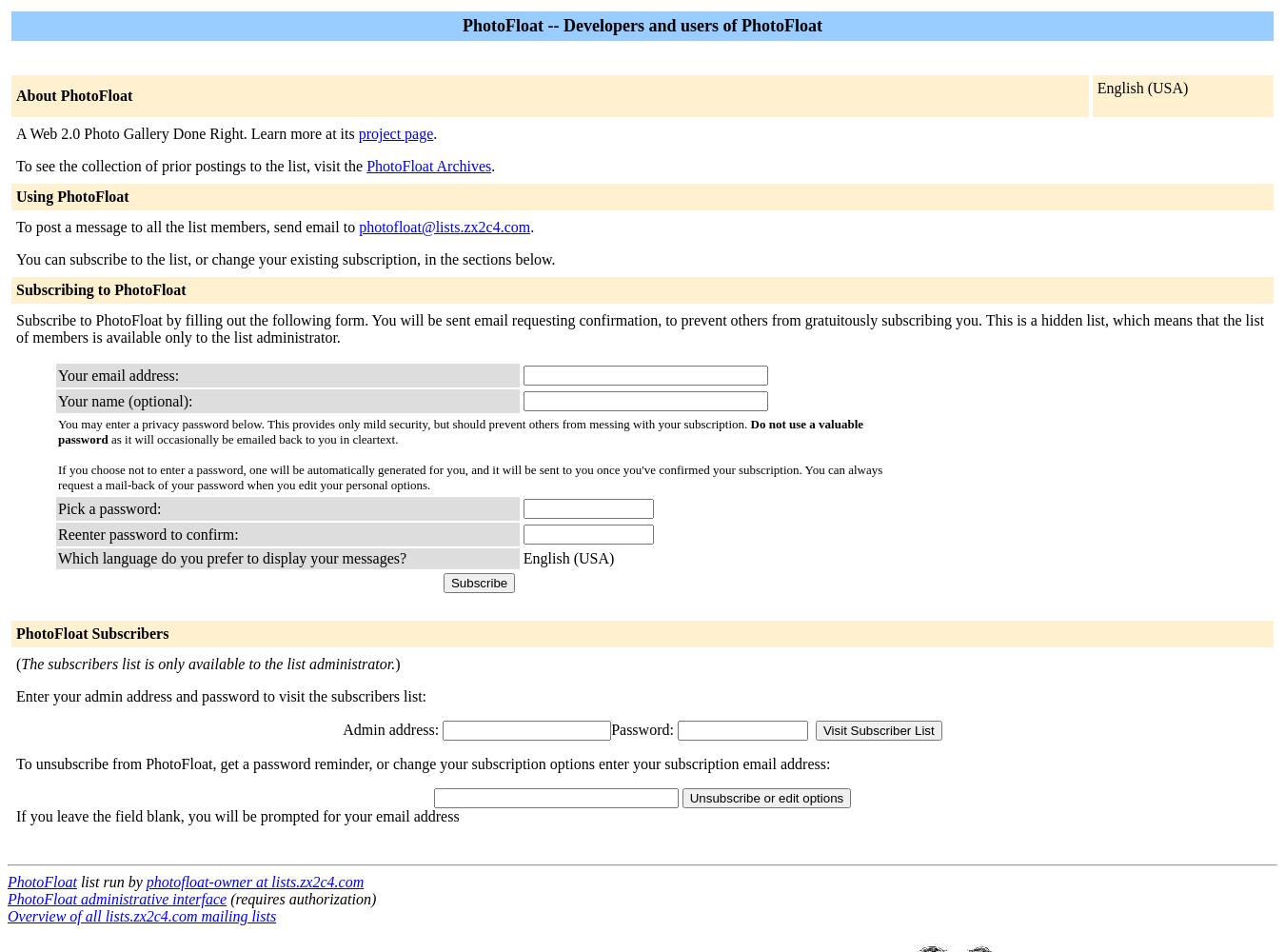 This screenshot has width=1285, height=952. What do you see at coordinates (148, 533) in the screenshot?
I see `'Reenter password to confirm:'` at bounding box center [148, 533].